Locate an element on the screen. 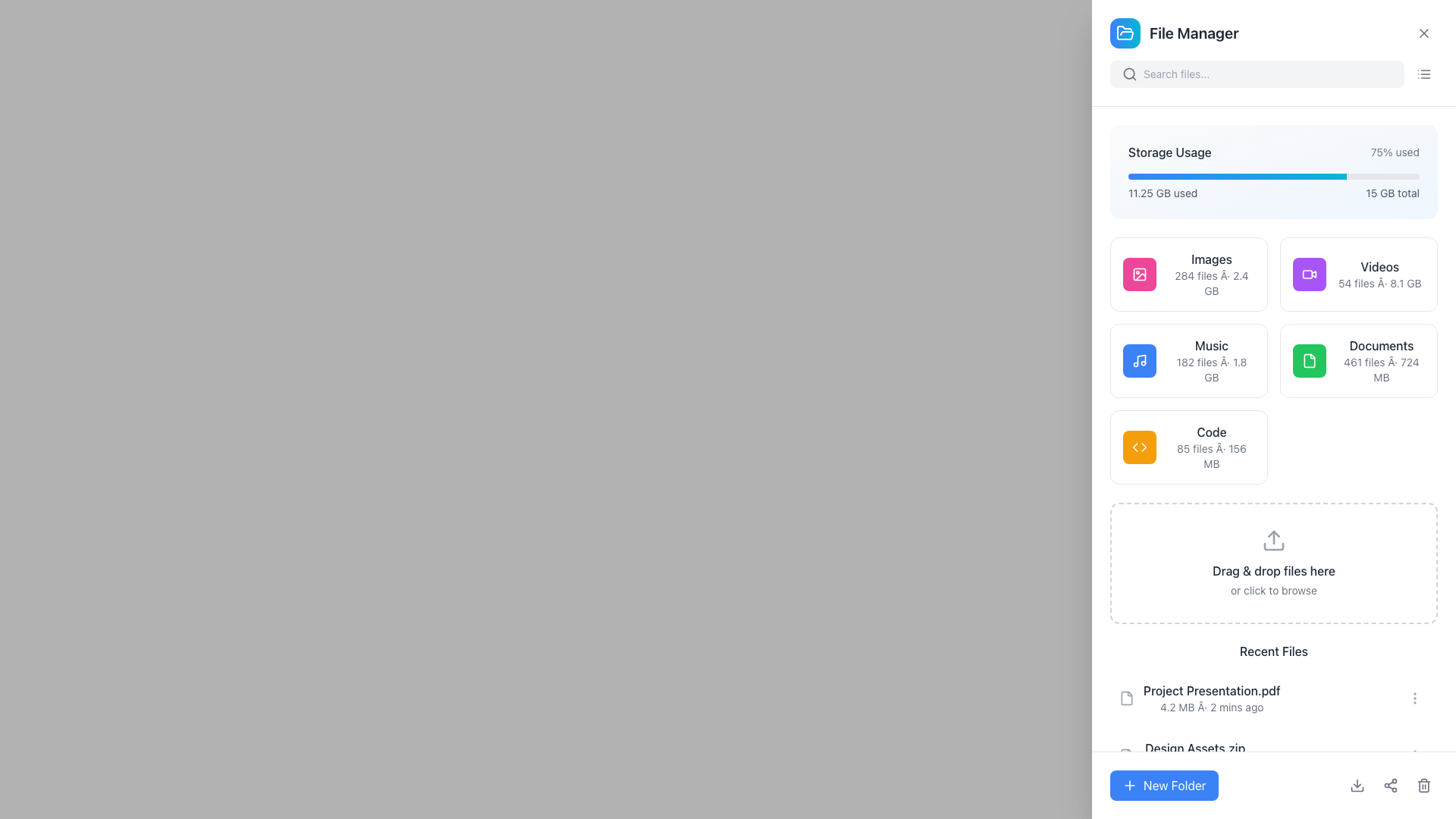  the file upload area located in the 'File Manager' interface, which allows users is located at coordinates (1274, 563).